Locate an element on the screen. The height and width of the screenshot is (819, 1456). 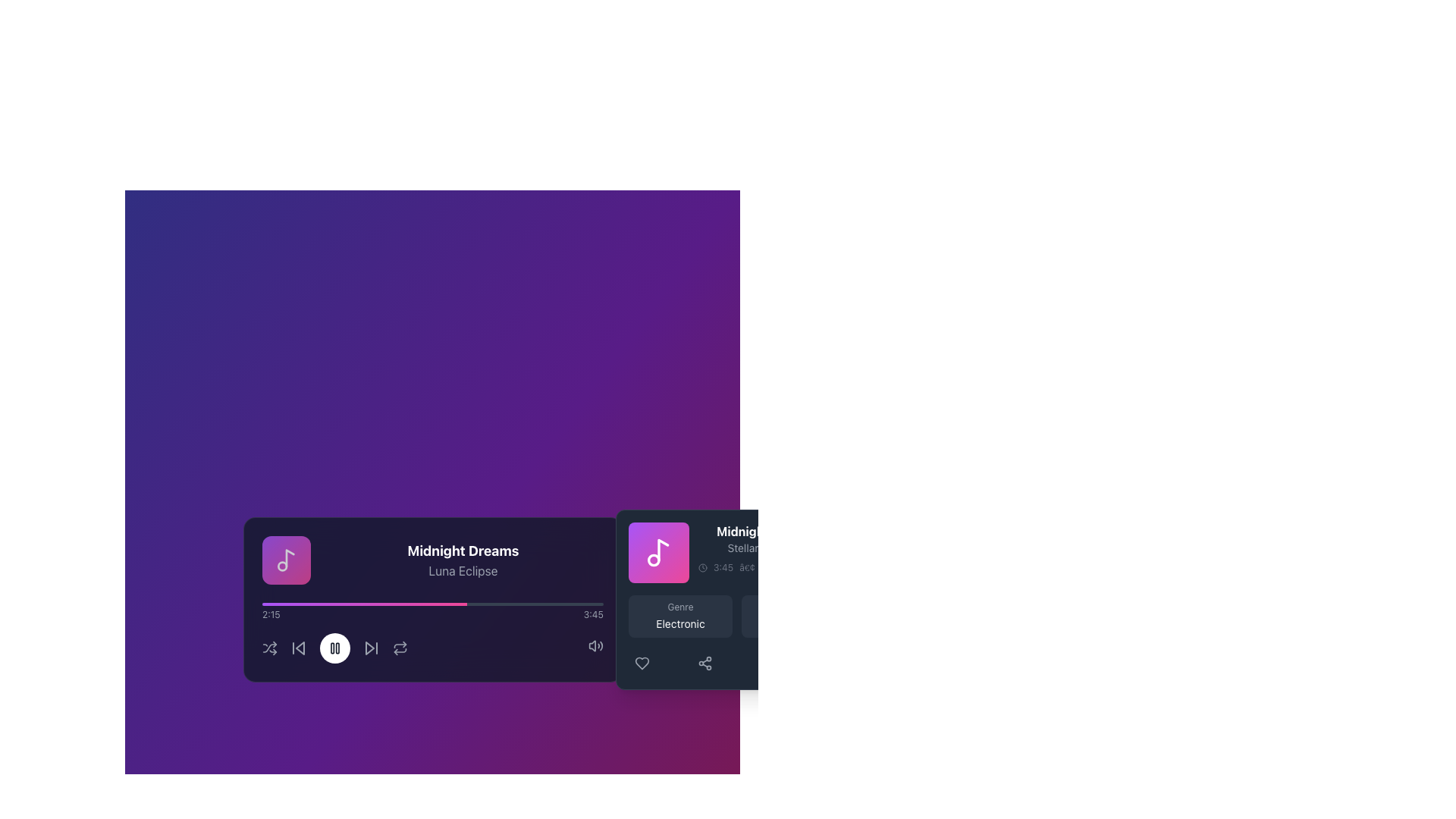
the play/pause button is located at coordinates (334, 648).